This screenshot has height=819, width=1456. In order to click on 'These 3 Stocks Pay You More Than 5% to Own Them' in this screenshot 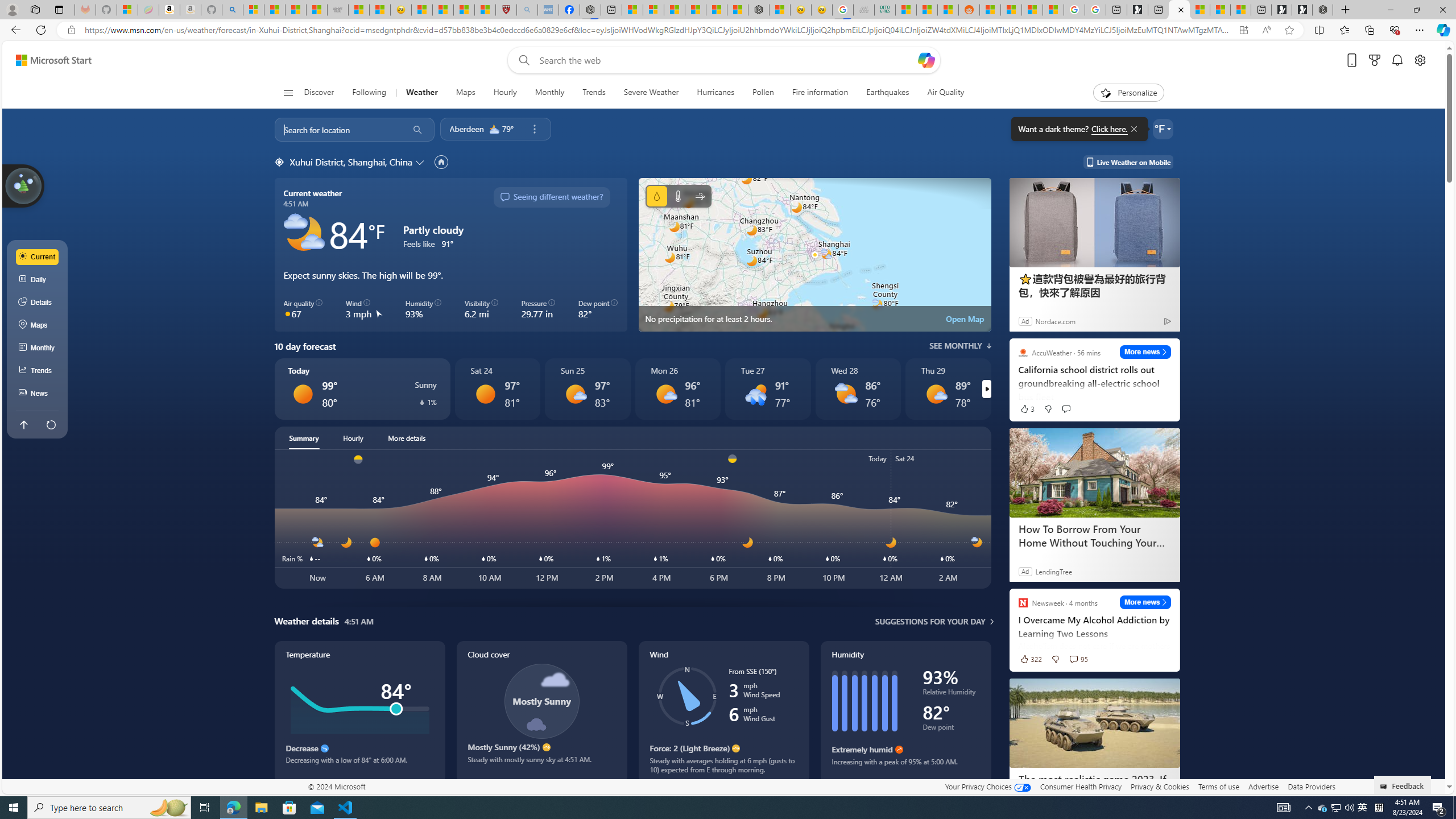, I will do `click(1240, 9)`.